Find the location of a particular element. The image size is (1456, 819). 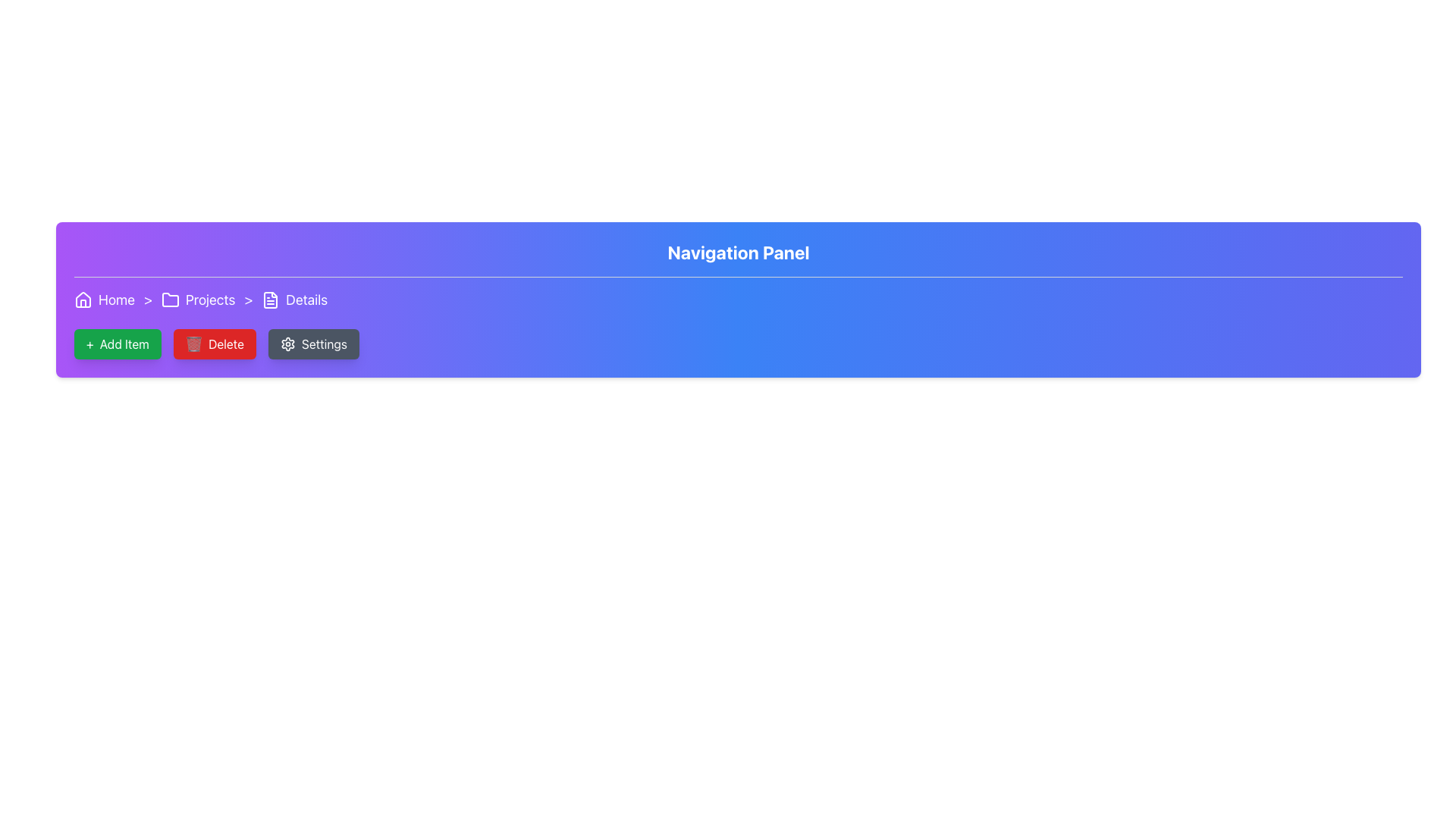

the 'Home' breadcrumb item, which is the first item in the breadcrumb navigation bar and features white text on a purple background with a stylized house icon is located at coordinates (104, 300).